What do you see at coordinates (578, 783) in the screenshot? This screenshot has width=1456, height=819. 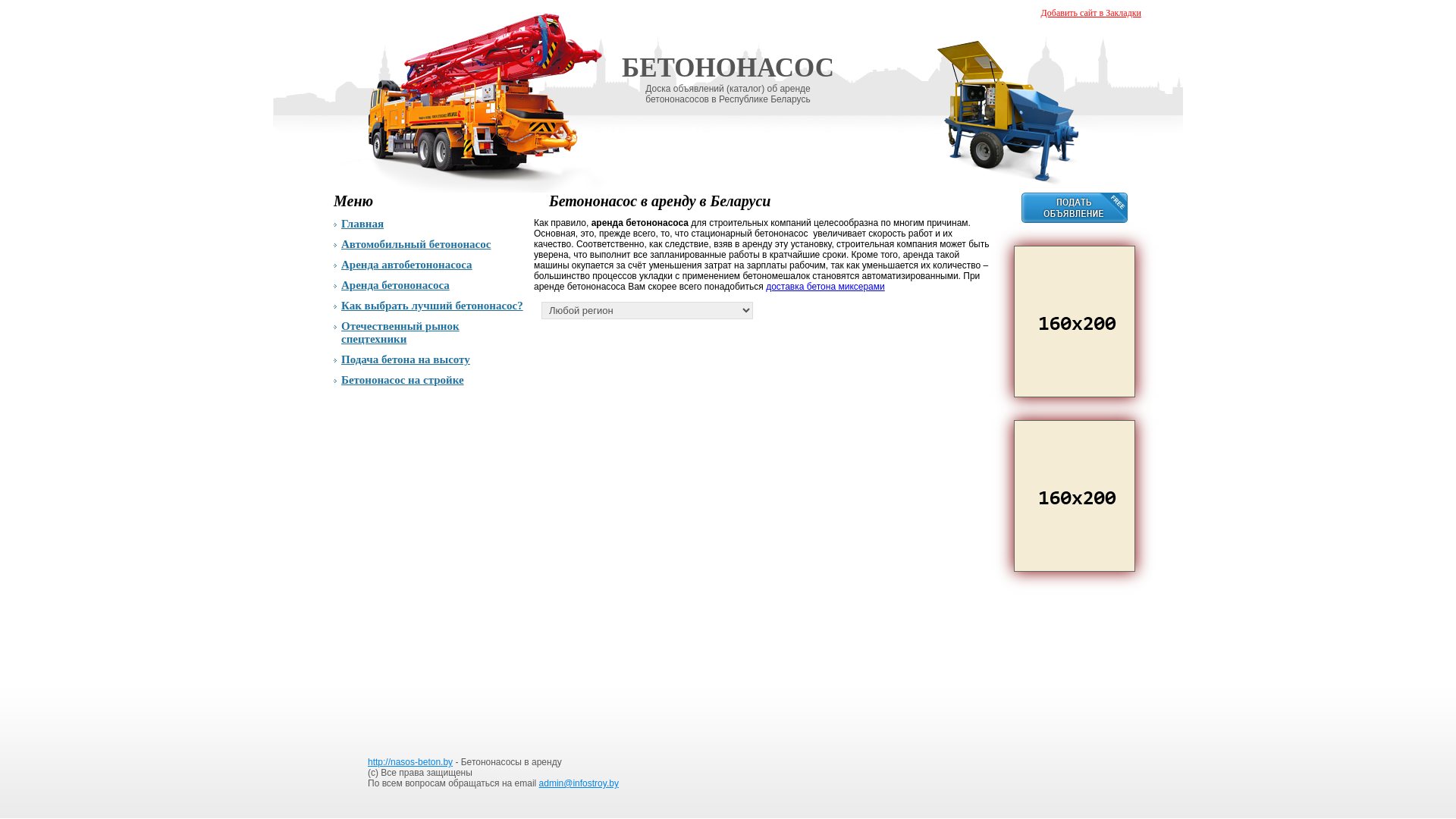 I see `'admin@infostroy.by'` at bounding box center [578, 783].